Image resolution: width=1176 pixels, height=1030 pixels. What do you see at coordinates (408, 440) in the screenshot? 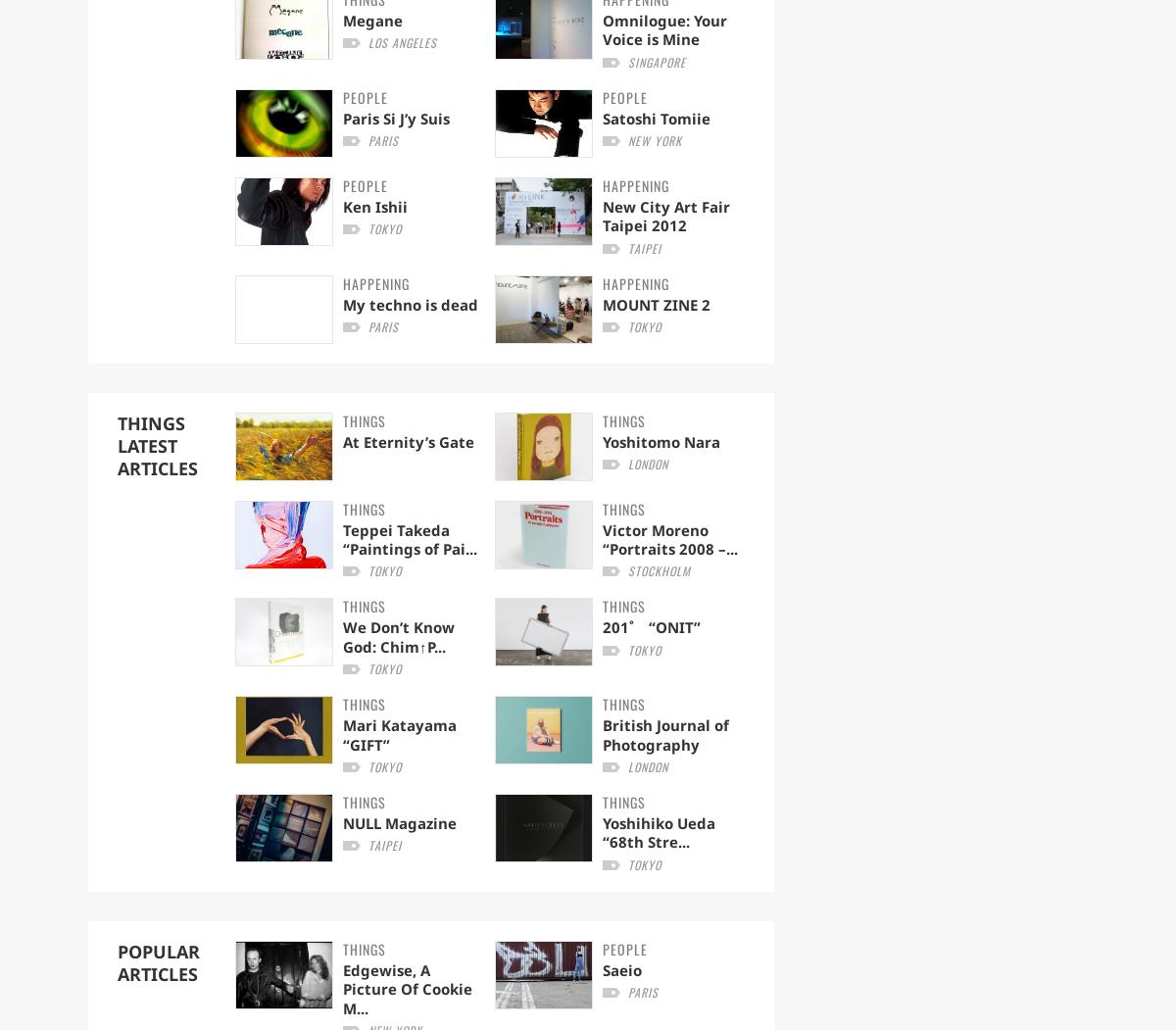
I see `'At Eternity’s Gate'` at bounding box center [408, 440].